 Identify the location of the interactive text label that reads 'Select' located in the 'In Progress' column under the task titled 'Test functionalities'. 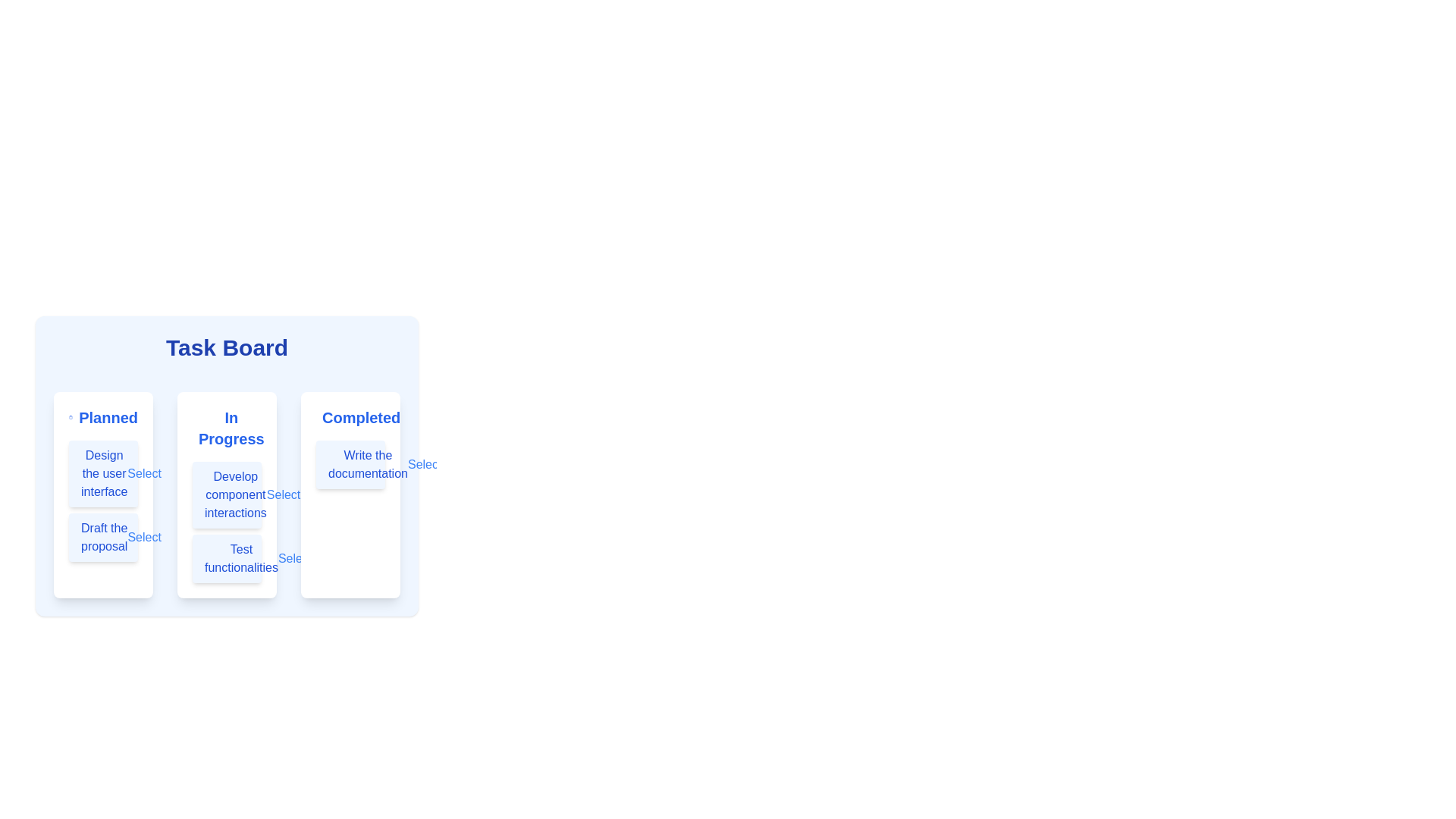
(295, 558).